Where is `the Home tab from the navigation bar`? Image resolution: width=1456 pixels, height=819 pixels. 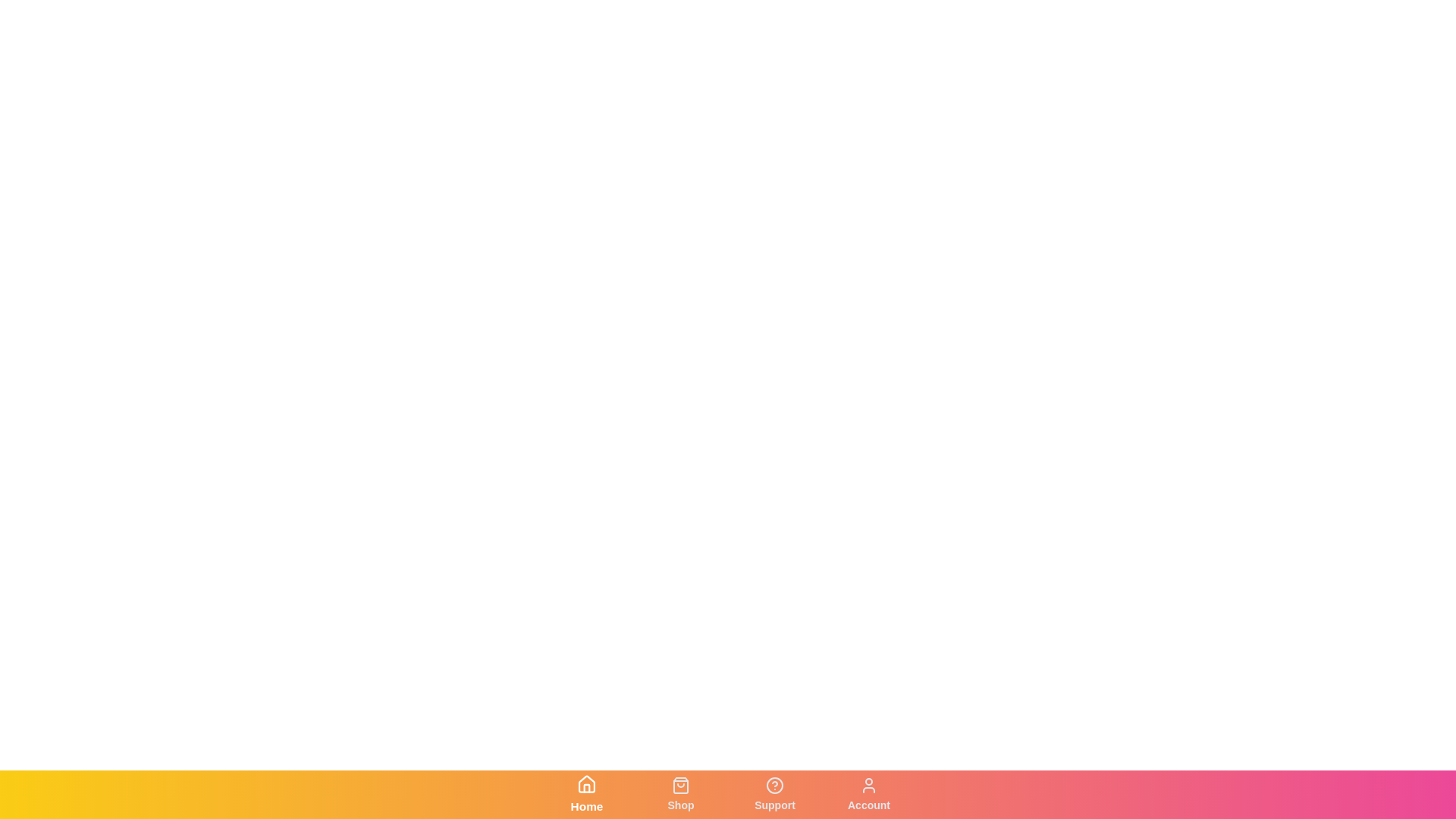
the Home tab from the navigation bar is located at coordinates (585, 794).